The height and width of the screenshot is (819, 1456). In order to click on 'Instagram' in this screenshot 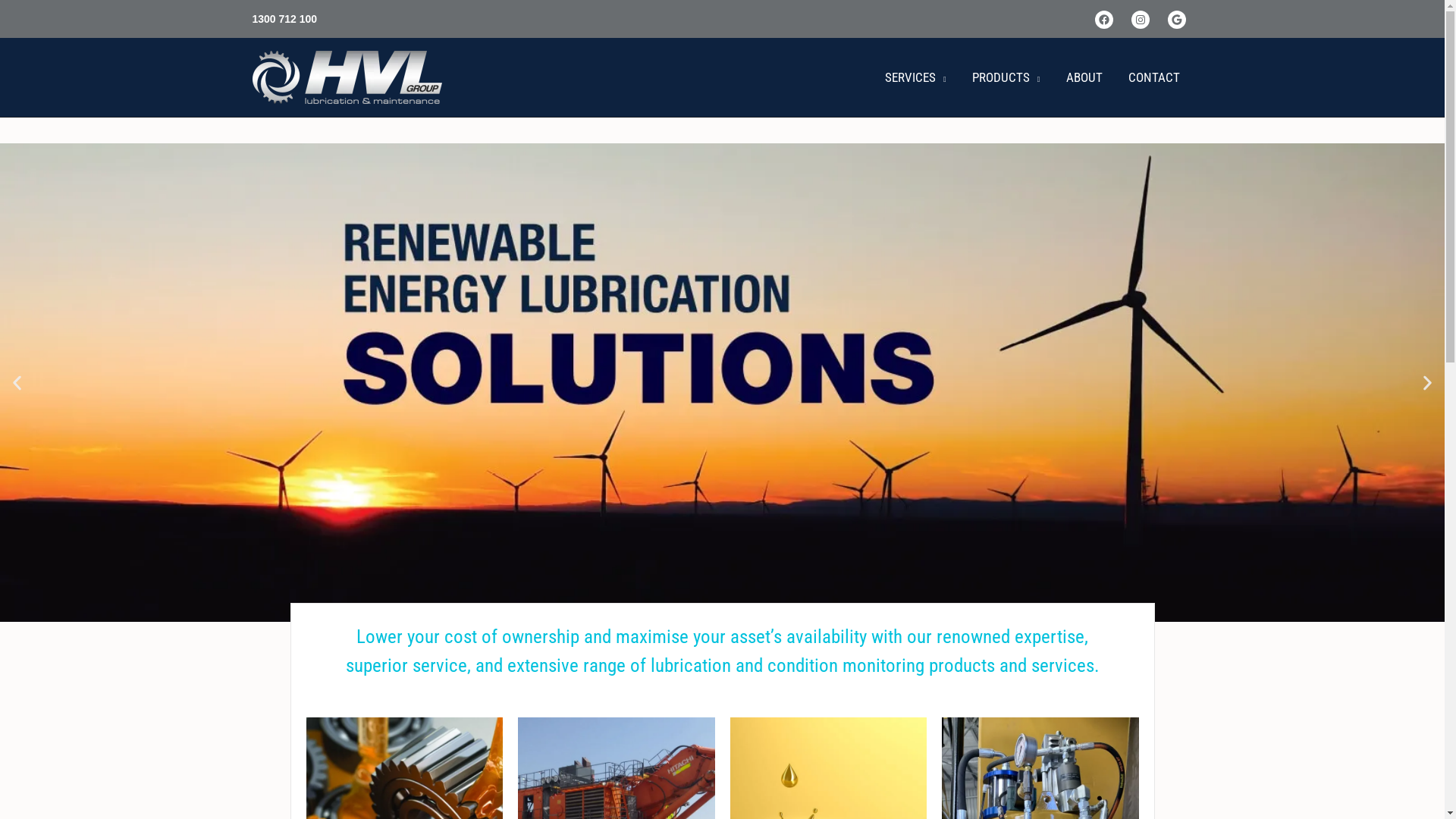, I will do `click(1140, 20)`.